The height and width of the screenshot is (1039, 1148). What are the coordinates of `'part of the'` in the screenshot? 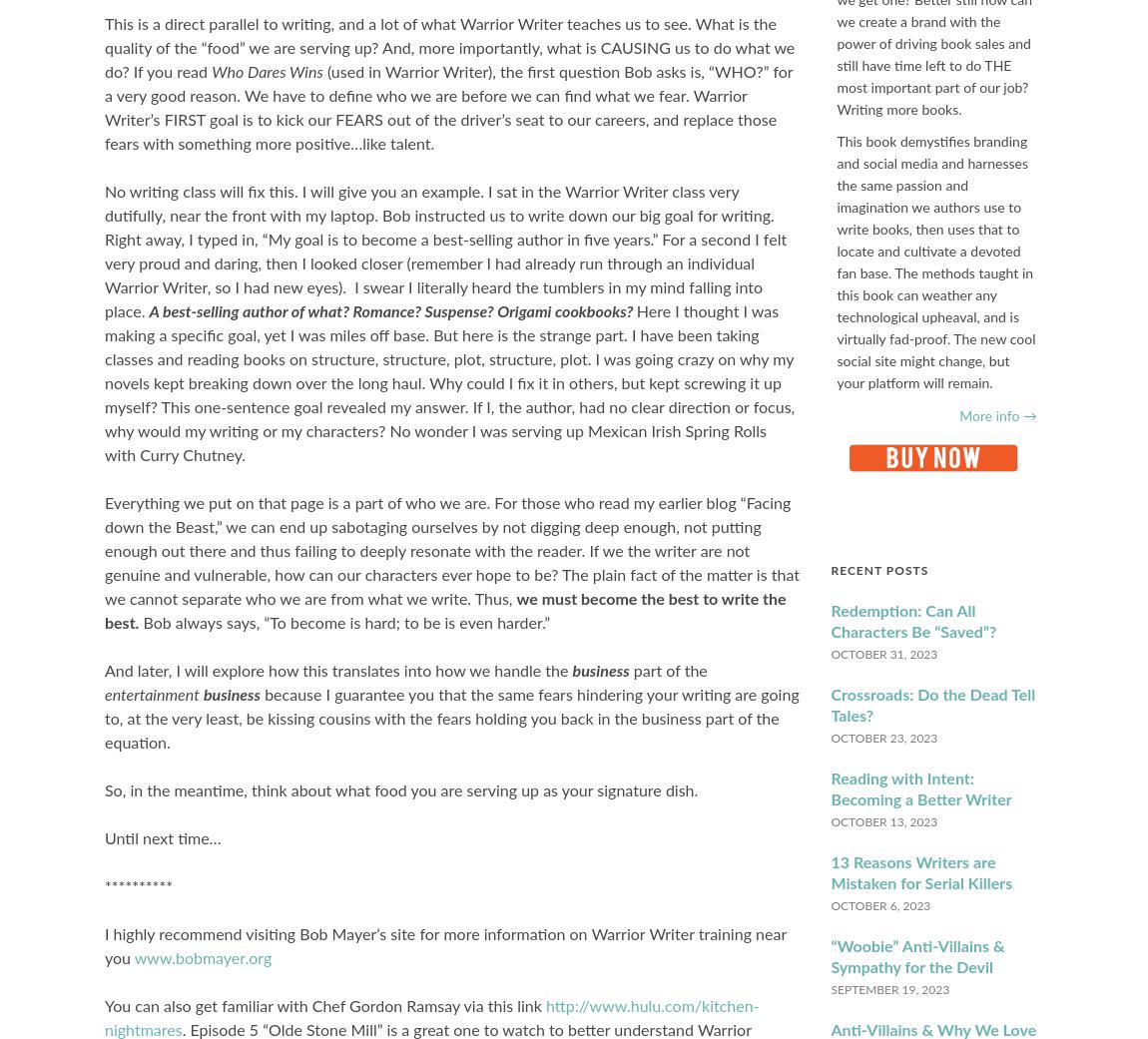 It's located at (666, 671).